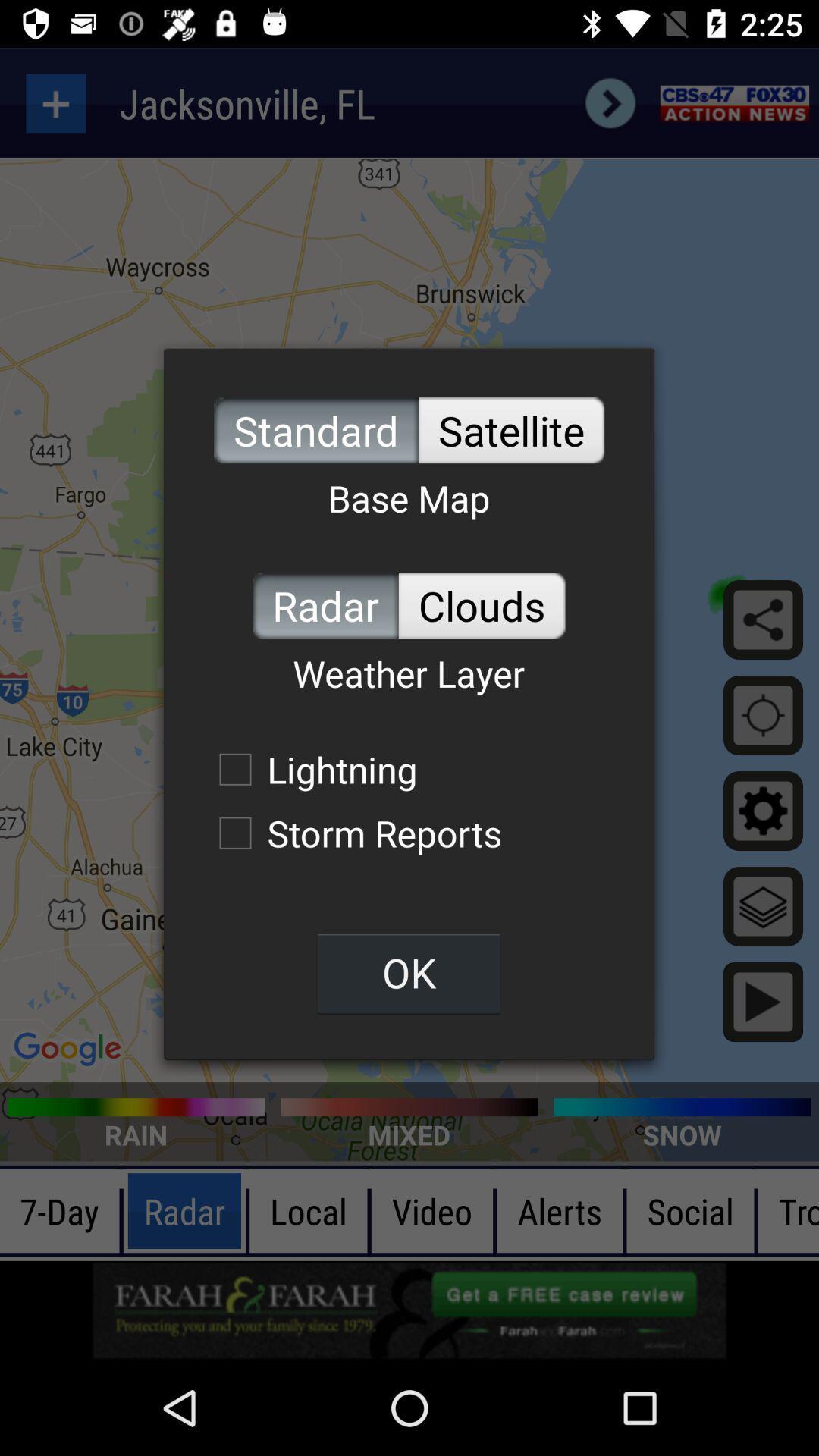  What do you see at coordinates (309, 769) in the screenshot?
I see `the icon above storm reports icon` at bounding box center [309, 769].